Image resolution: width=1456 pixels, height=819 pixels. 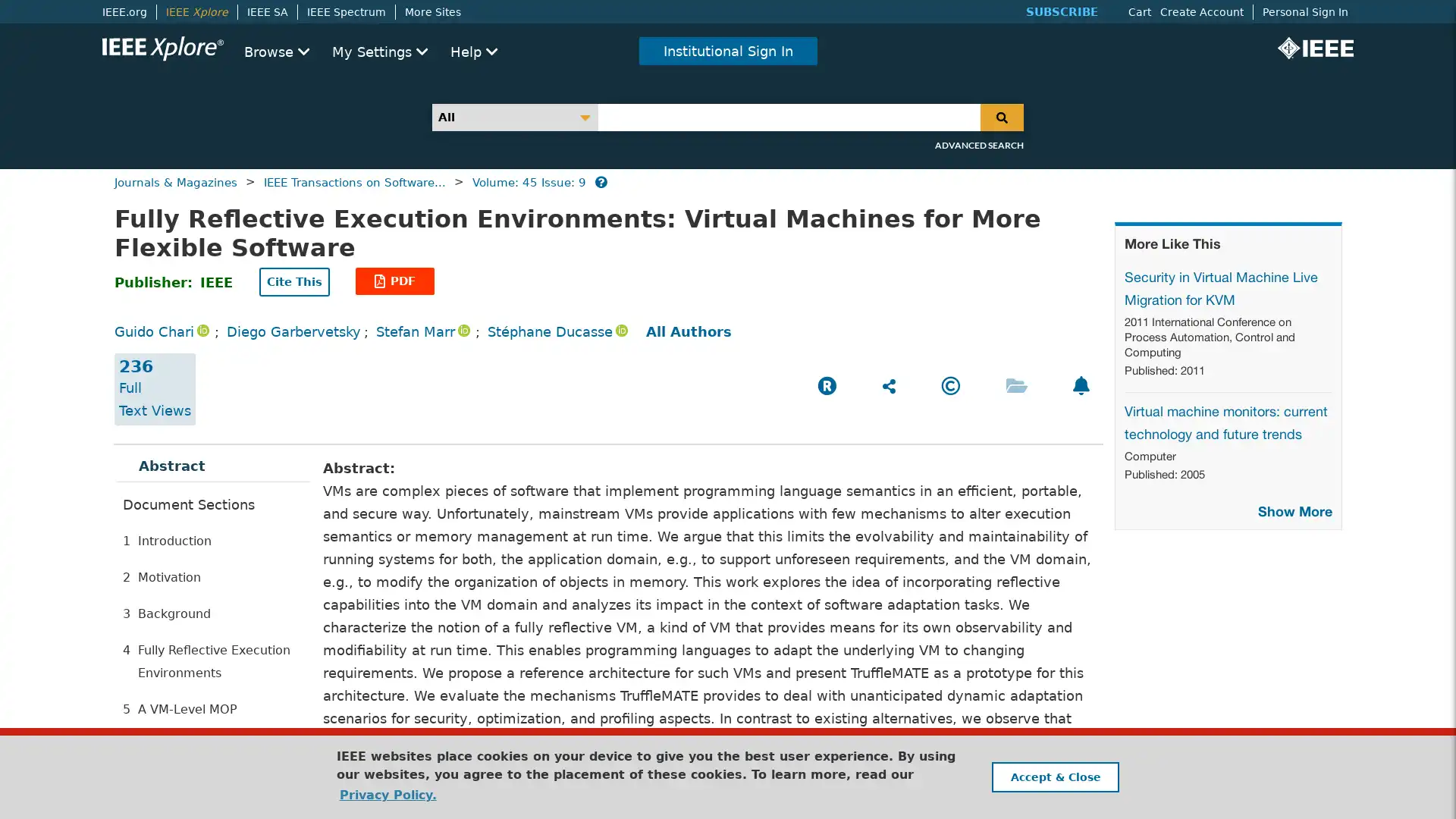 What do you see at coordinates (387, 794) in the screenshot?
I see `learn more about cookies` at bounding box center [387, 794].